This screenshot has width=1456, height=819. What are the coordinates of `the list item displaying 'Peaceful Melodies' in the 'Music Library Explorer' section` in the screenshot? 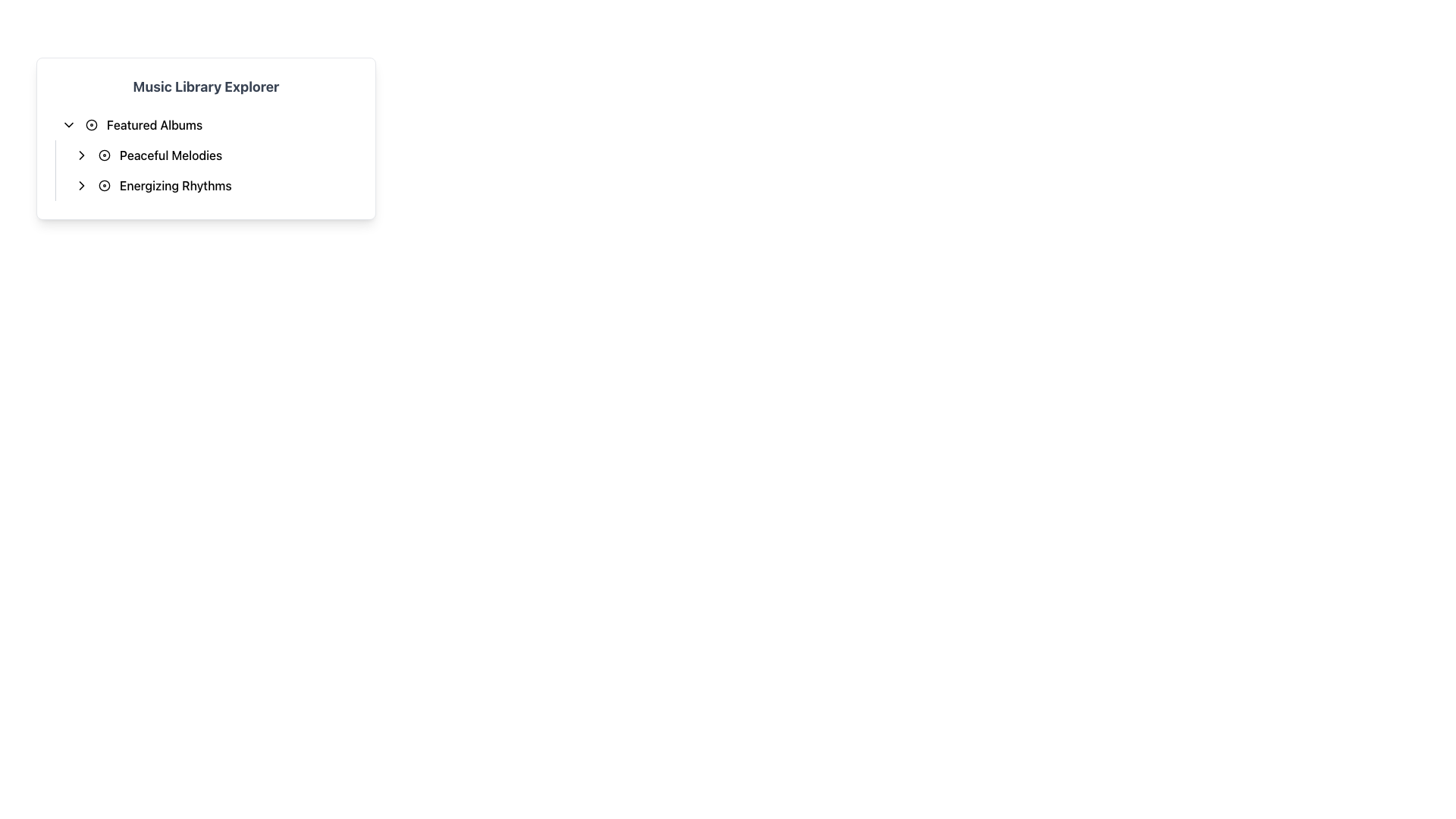 It's located at (212, 155).